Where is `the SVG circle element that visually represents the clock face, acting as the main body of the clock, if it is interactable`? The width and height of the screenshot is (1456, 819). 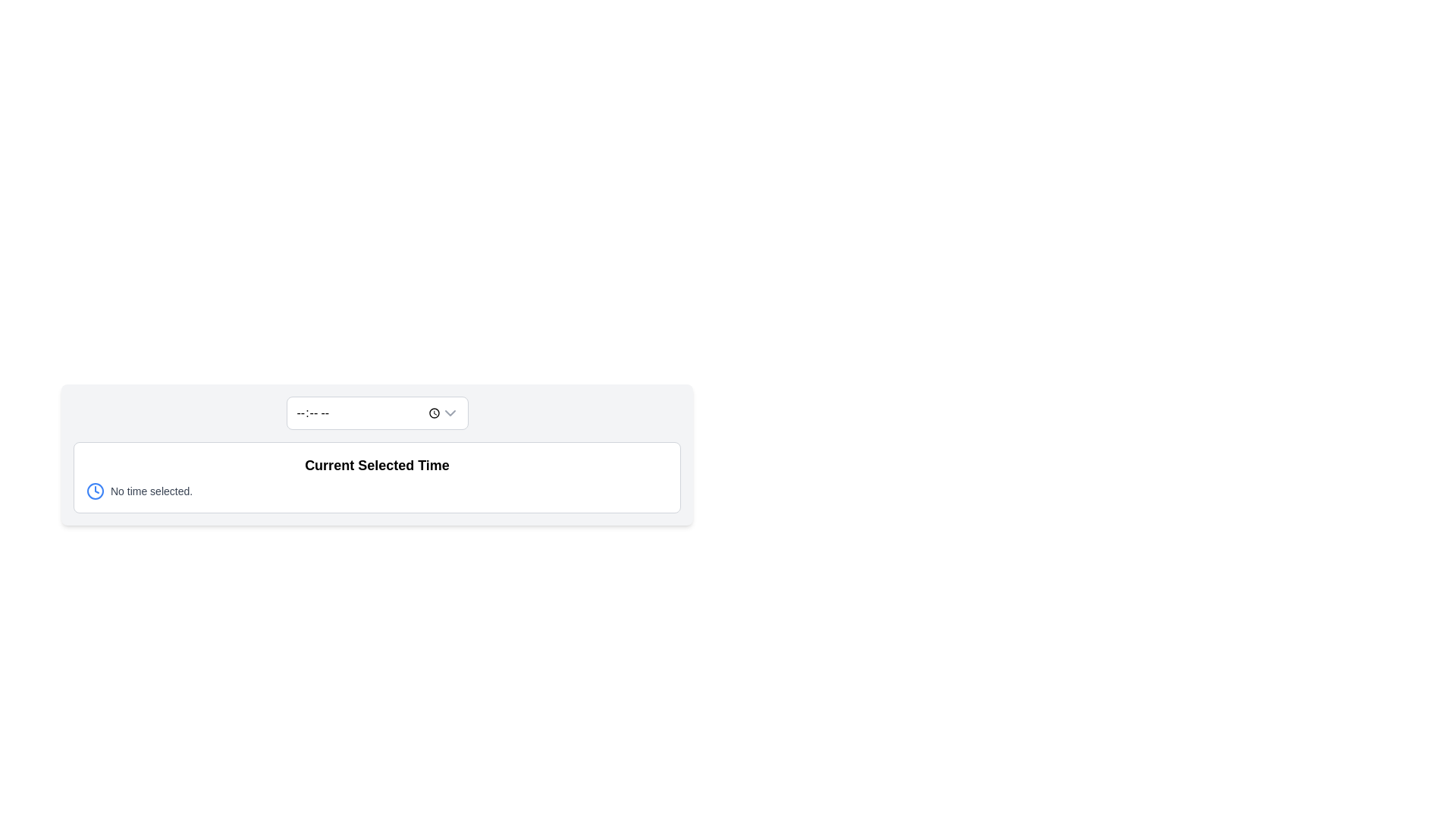 the SVG circle element that visually represents the clock face, acting as the main body of the clock, if it is interactable is located at coordinates (94, 491).